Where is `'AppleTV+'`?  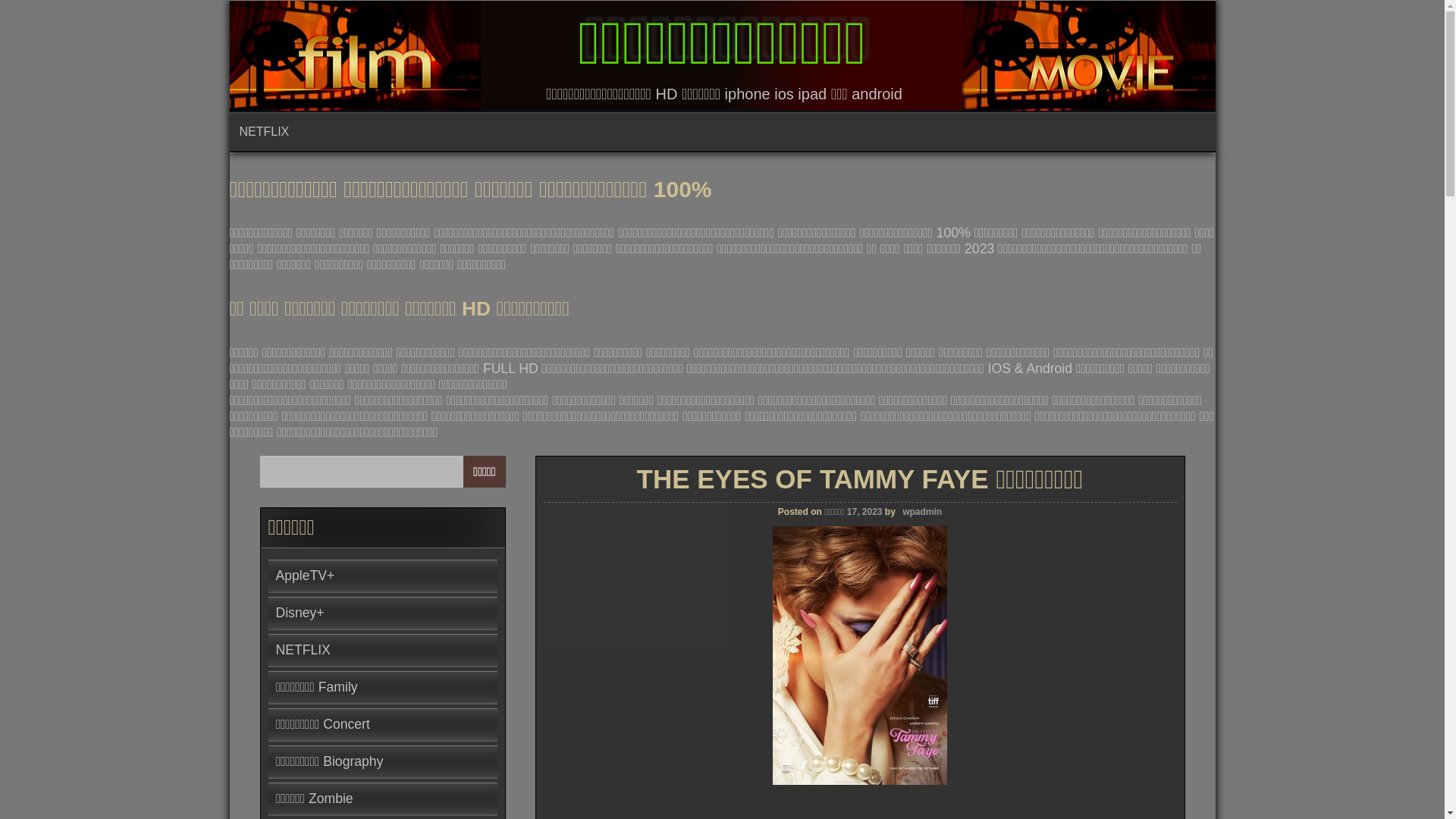 'AppleTV+' is located at coordinates (305, 576).